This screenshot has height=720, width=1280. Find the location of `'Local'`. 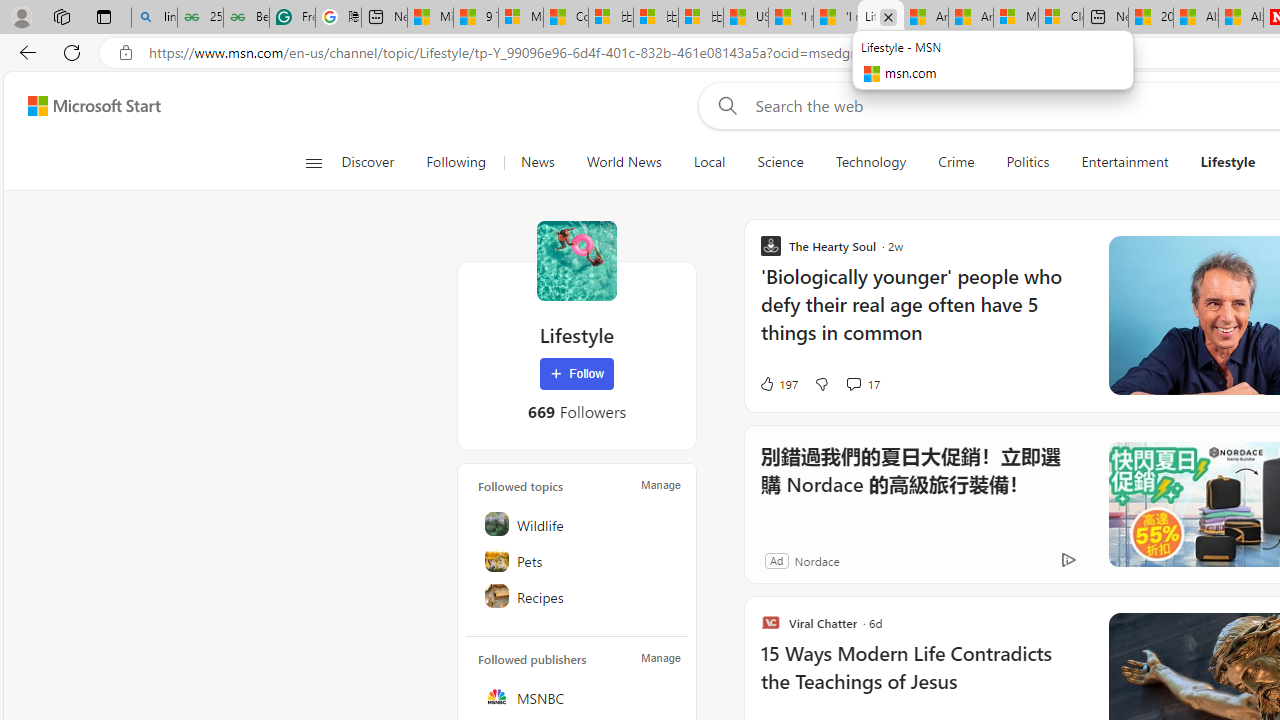

'Local' is located at coordinates (709, 162).